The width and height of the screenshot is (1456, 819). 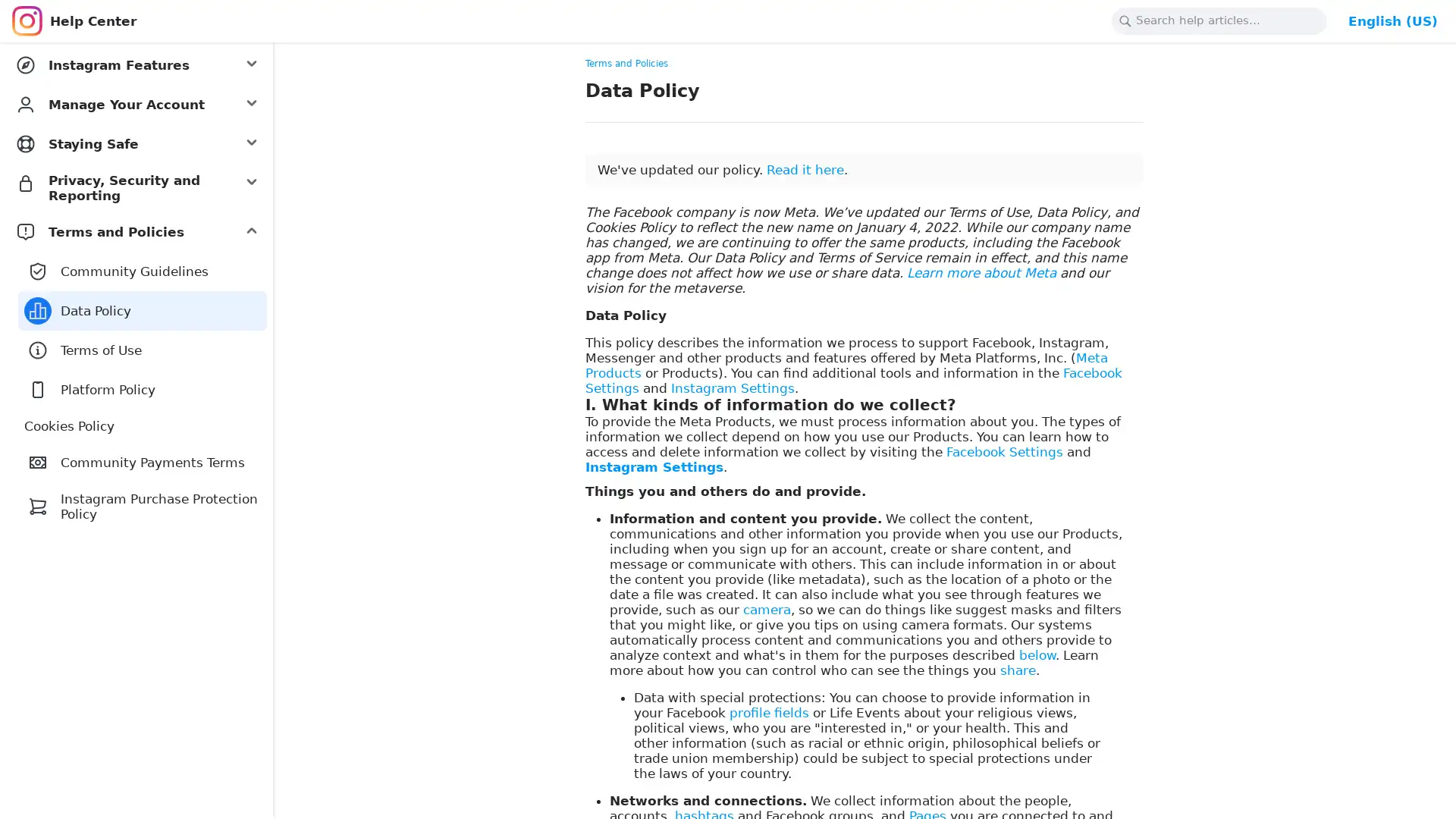 What do you see at coordinates (136, 231) in the screenshot?
I see `Terms and Policies` at bounding box center [136, 231].